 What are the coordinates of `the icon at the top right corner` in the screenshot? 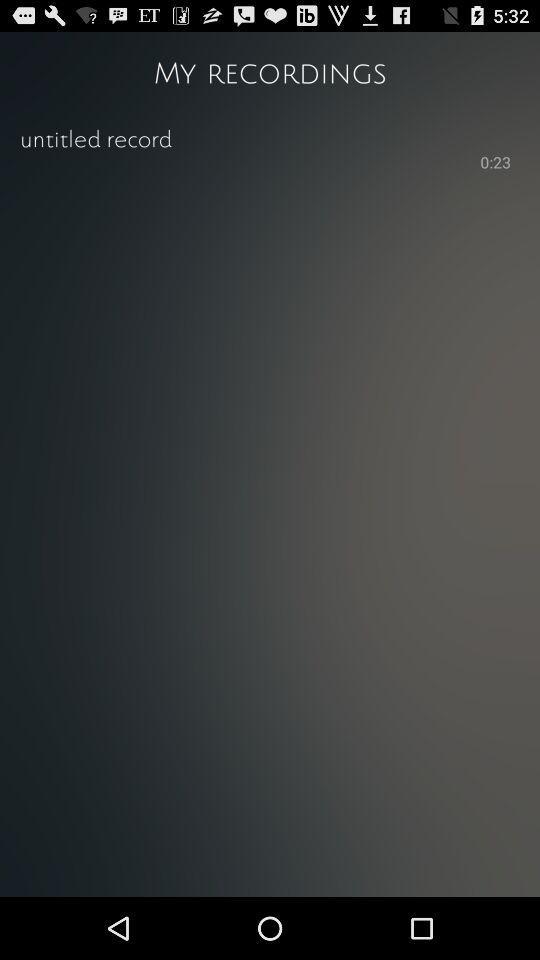 It's located at (494, 163).